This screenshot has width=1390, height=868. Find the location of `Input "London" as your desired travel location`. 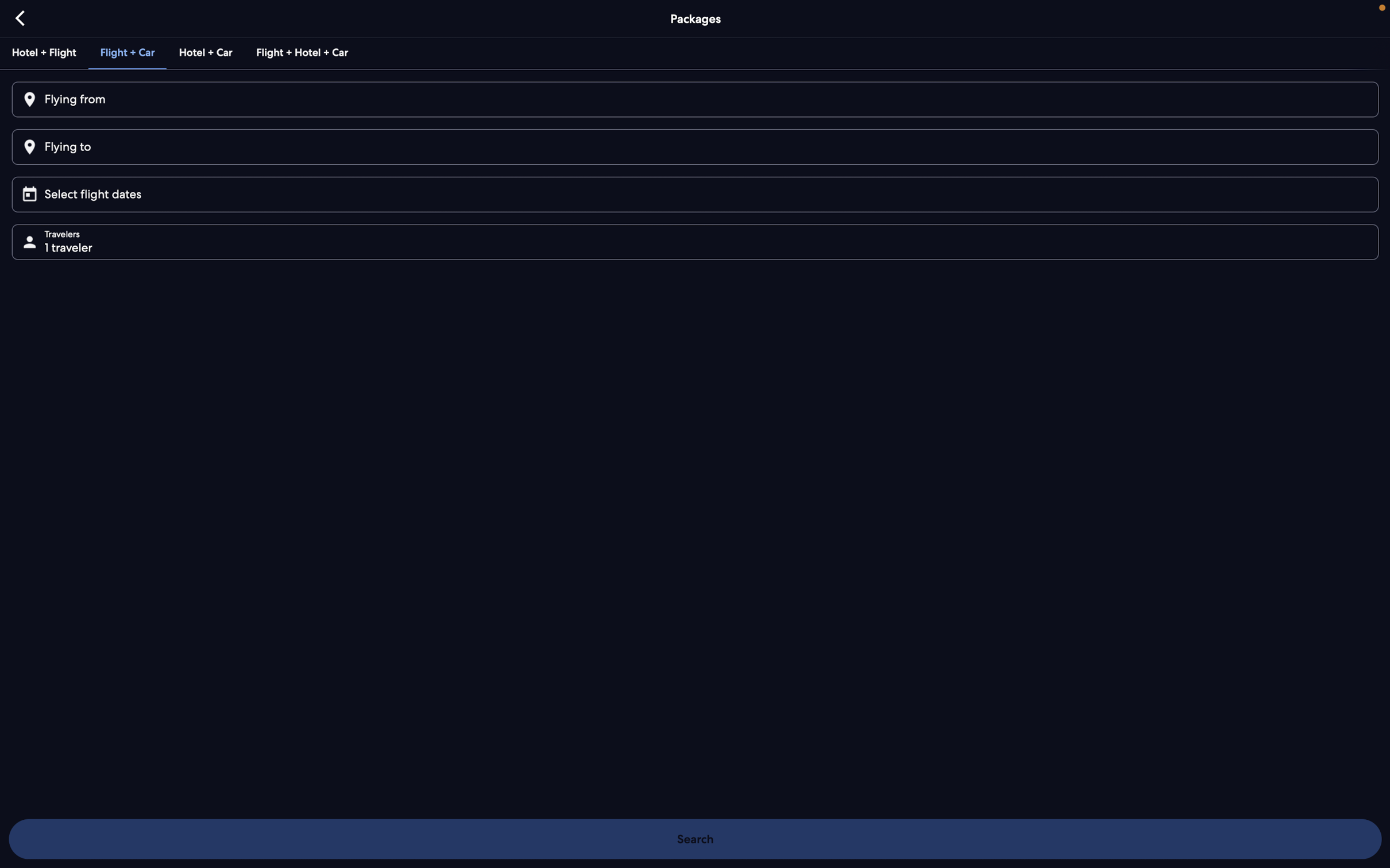

Input "London" as your desired travel location is located at coordinates (693, 146).